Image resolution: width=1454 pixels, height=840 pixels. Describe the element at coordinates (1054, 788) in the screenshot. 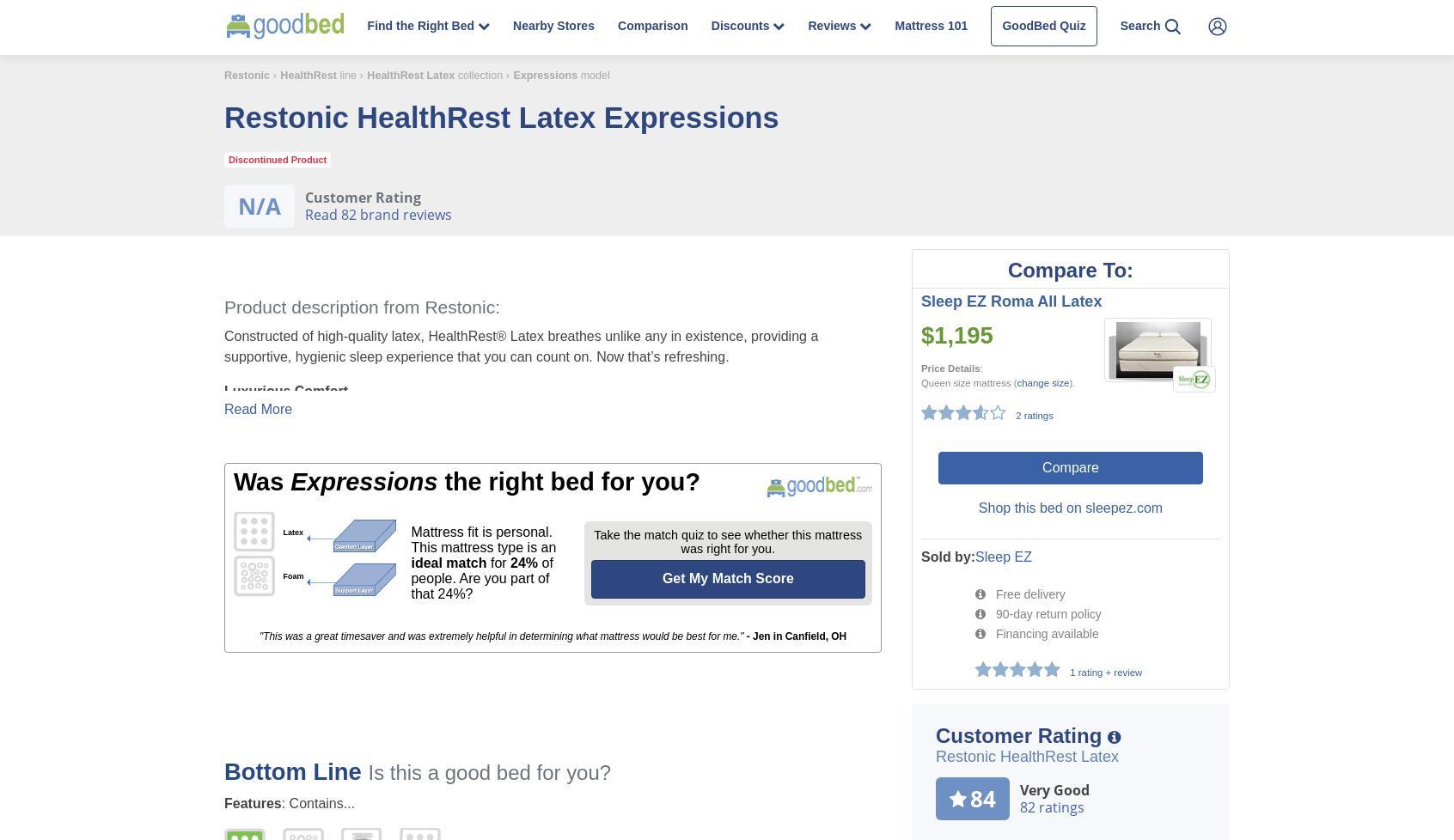

I see `'Very Good'` at that location.